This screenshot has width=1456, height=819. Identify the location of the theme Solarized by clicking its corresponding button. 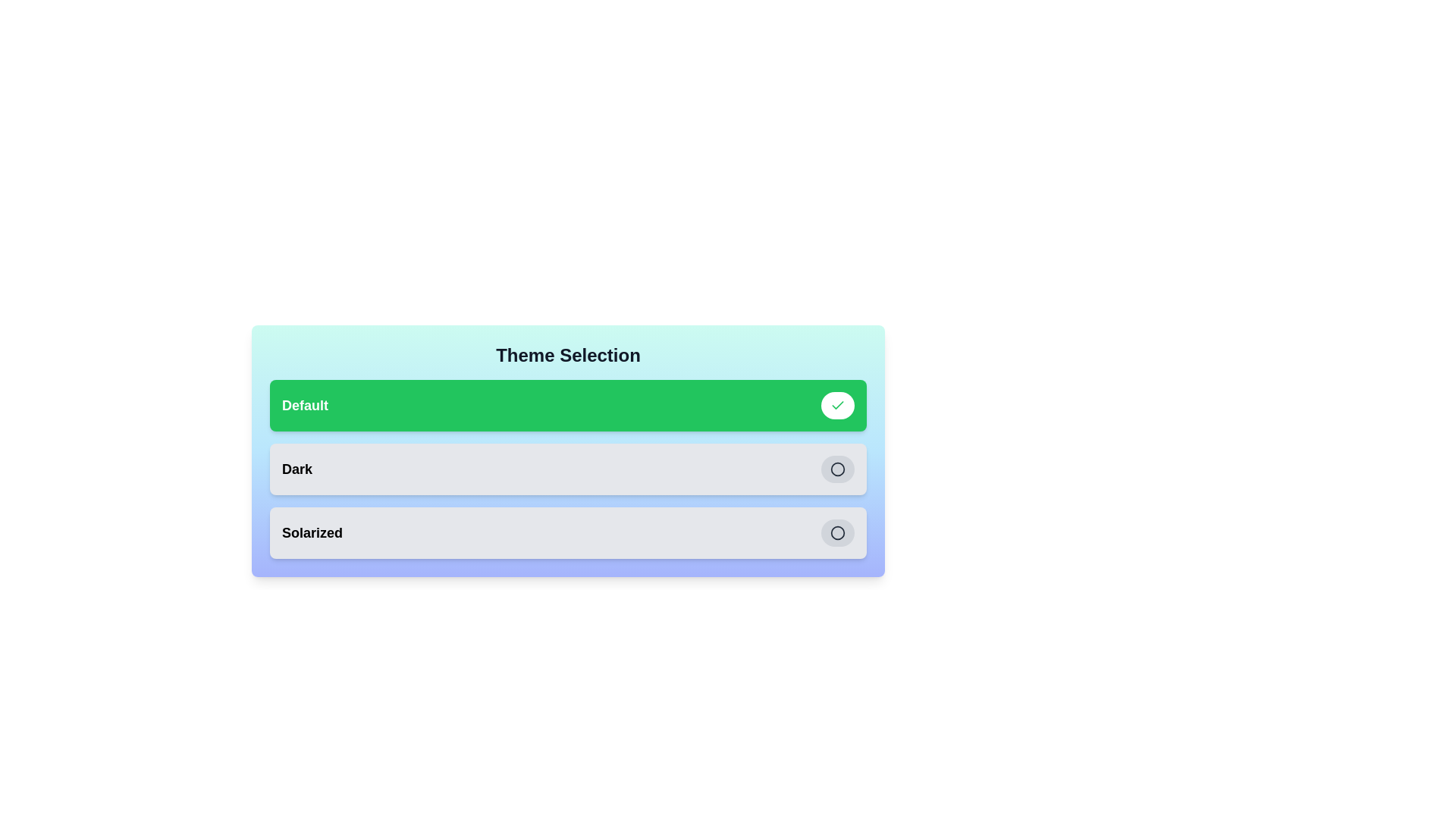
(836, 532).